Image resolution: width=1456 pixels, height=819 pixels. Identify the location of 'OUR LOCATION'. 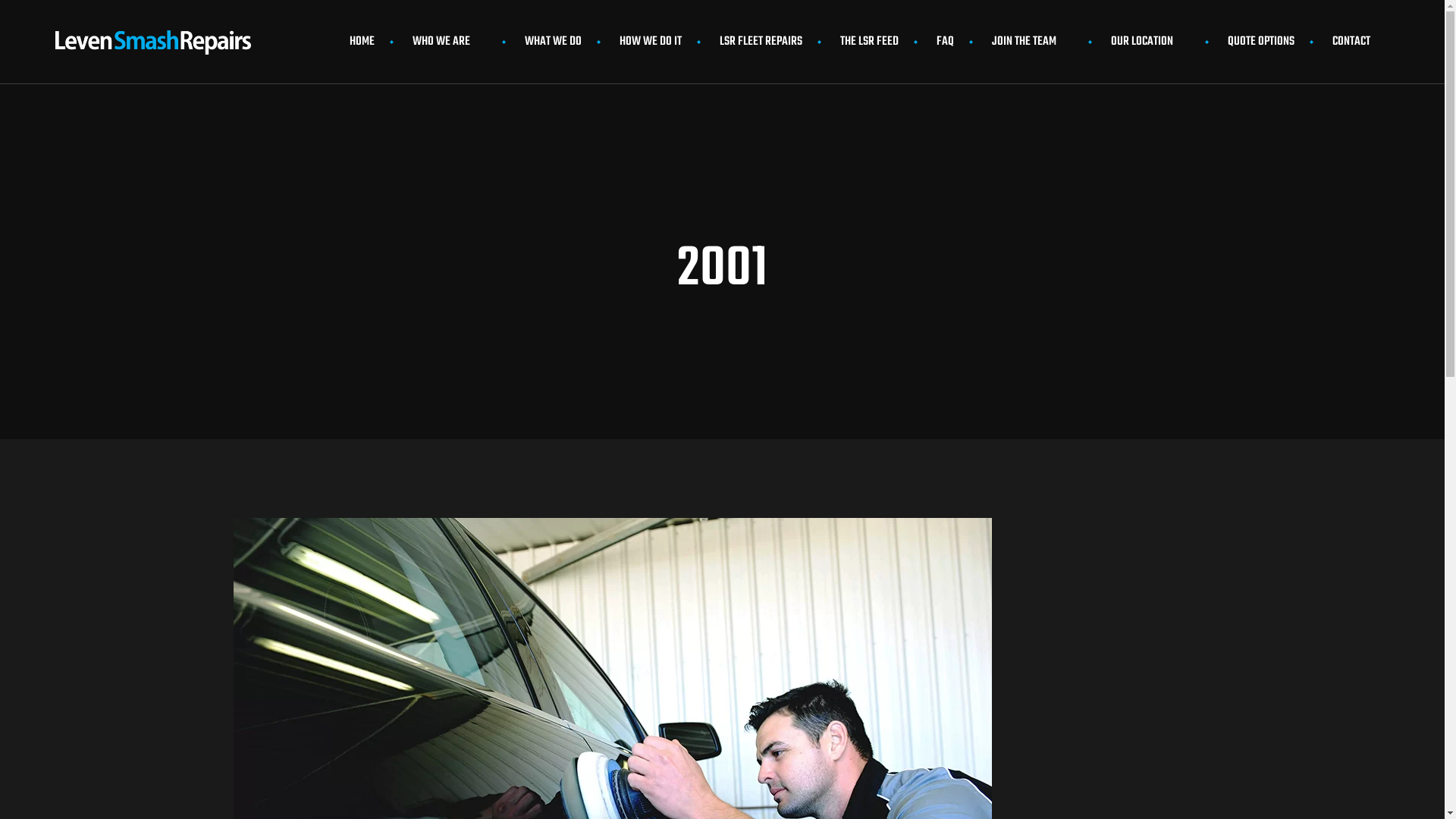
(1150, 40).